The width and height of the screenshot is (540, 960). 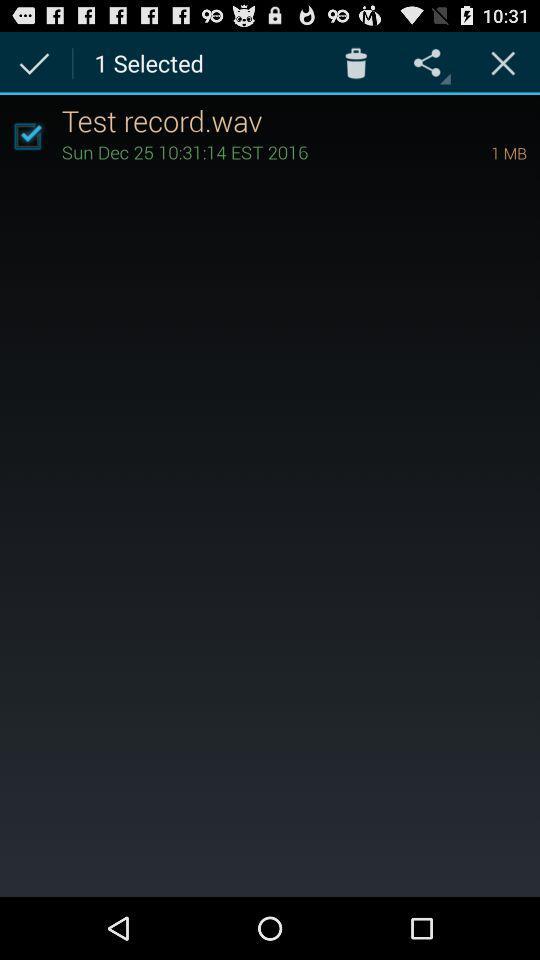 I want to click on the sun dec 25 icon, so click(x=248, y=150).